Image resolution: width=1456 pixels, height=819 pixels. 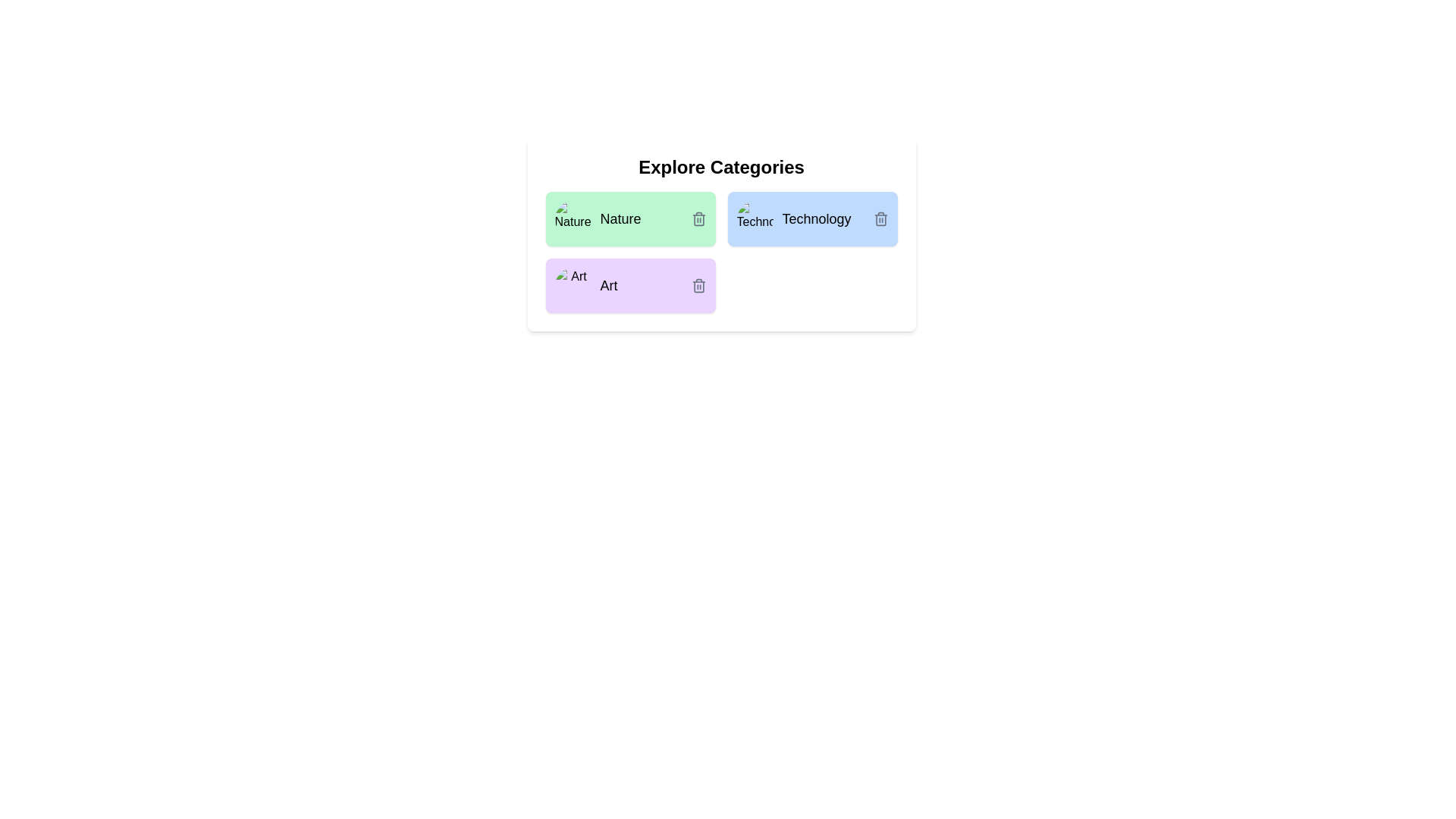 I want to click on the delete button of the chip labeled Technology, so click(x=880, y=219).